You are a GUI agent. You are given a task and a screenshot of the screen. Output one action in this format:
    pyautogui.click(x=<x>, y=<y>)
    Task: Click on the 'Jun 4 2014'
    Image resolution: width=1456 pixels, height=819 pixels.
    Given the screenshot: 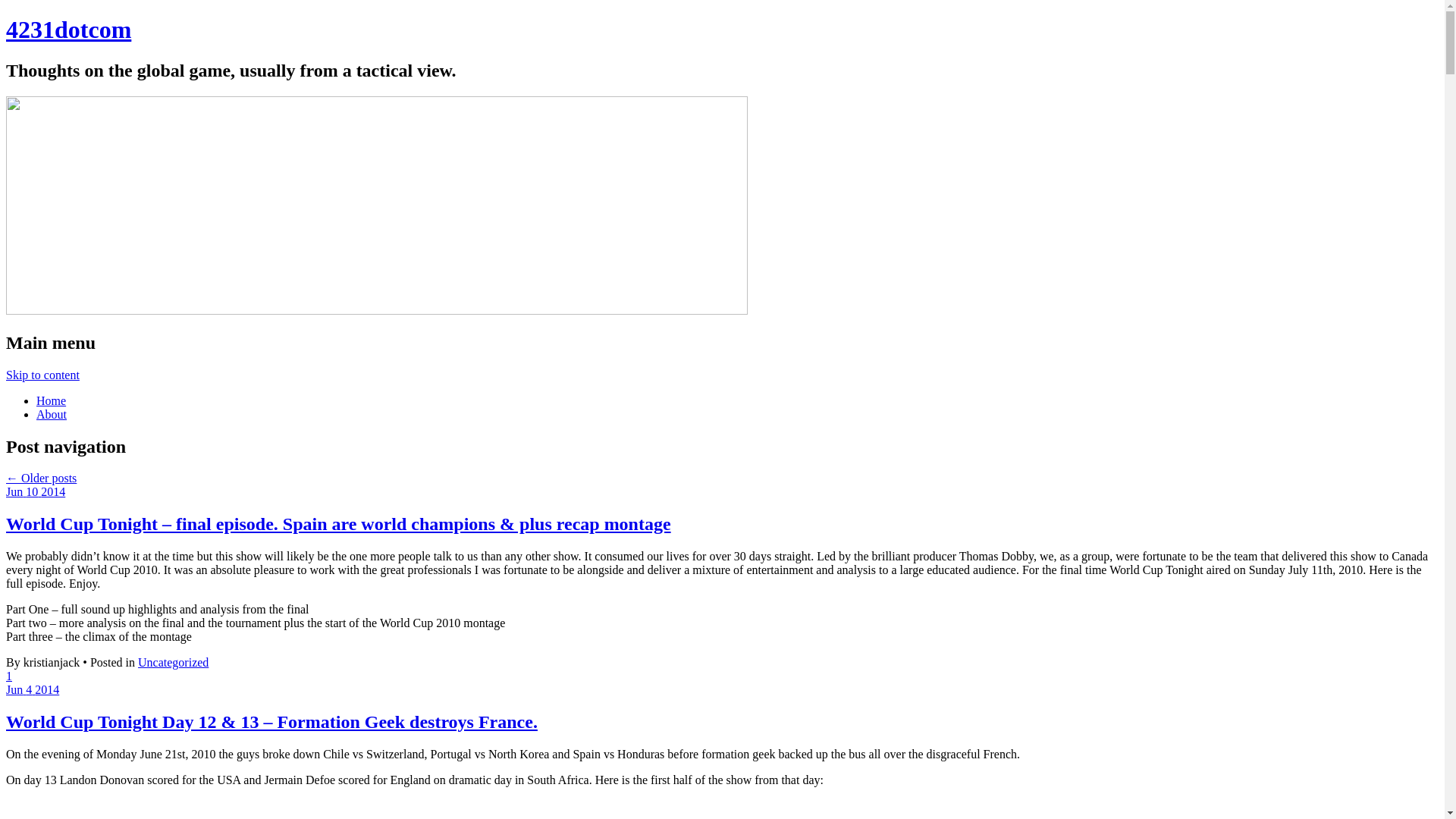 What is the action you would take?
    pyautogui.click(x=33, y=689)
    